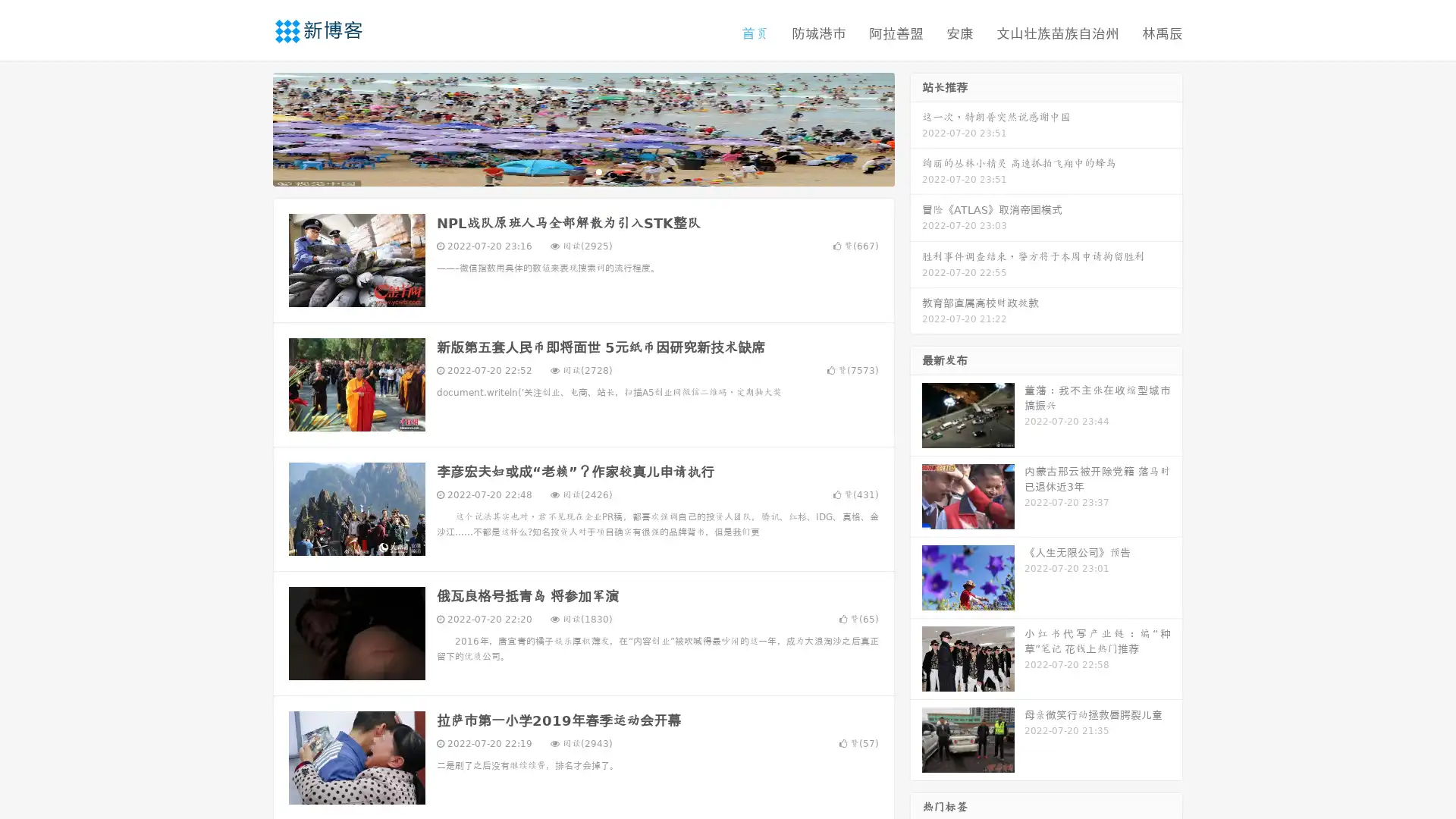 The width and height of the screenshot is (1456, 819). I want to click on Next slide, so click(916, 127).